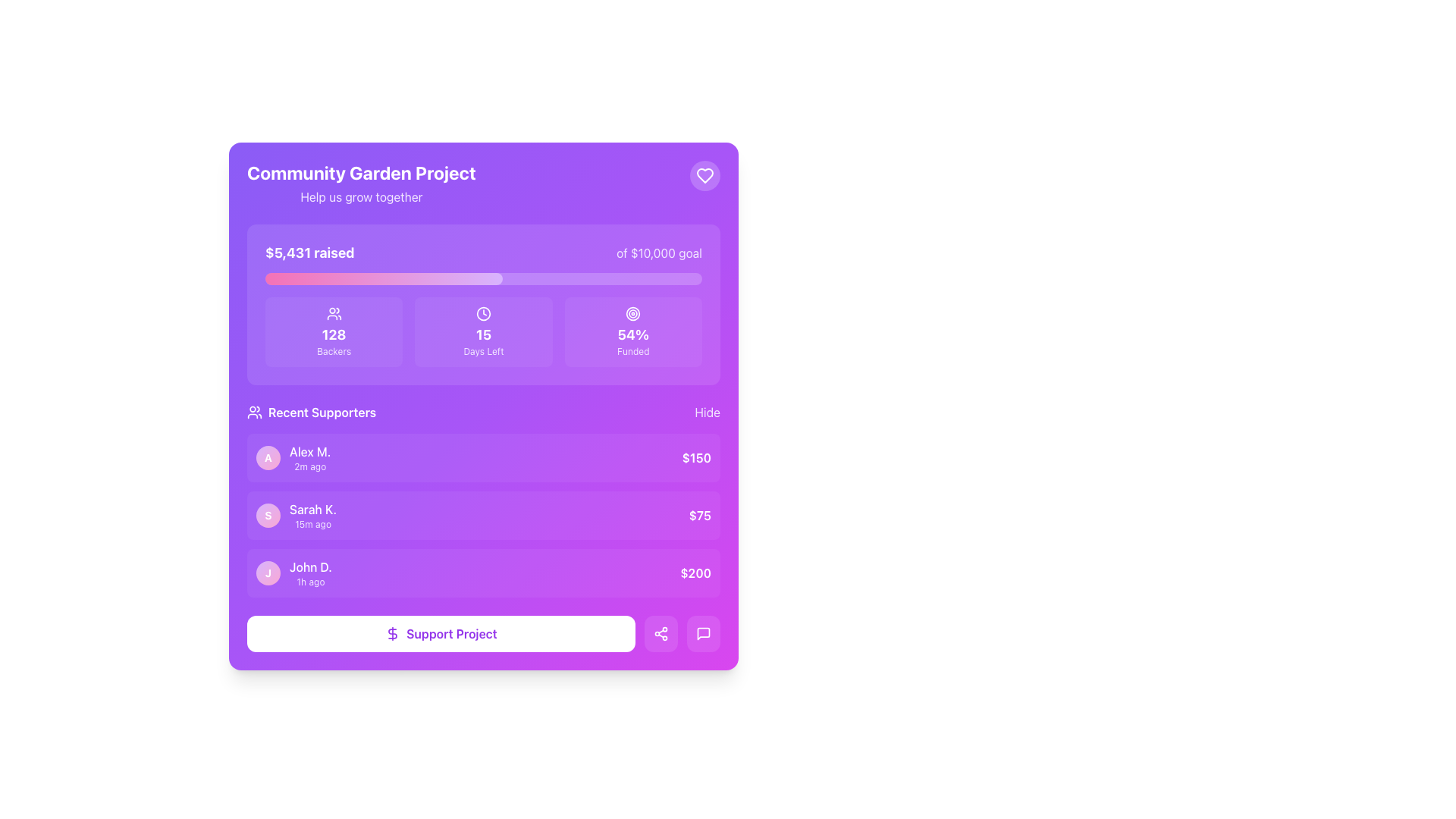 Image resolution: width=1456 pixels, height=819 pixels. What do you see at coordinates (255, 412) in the screenshot?
I see `the icon representing the 'Recent Supporters' section, located to the left of the section title` at bounding box center [255, 412].